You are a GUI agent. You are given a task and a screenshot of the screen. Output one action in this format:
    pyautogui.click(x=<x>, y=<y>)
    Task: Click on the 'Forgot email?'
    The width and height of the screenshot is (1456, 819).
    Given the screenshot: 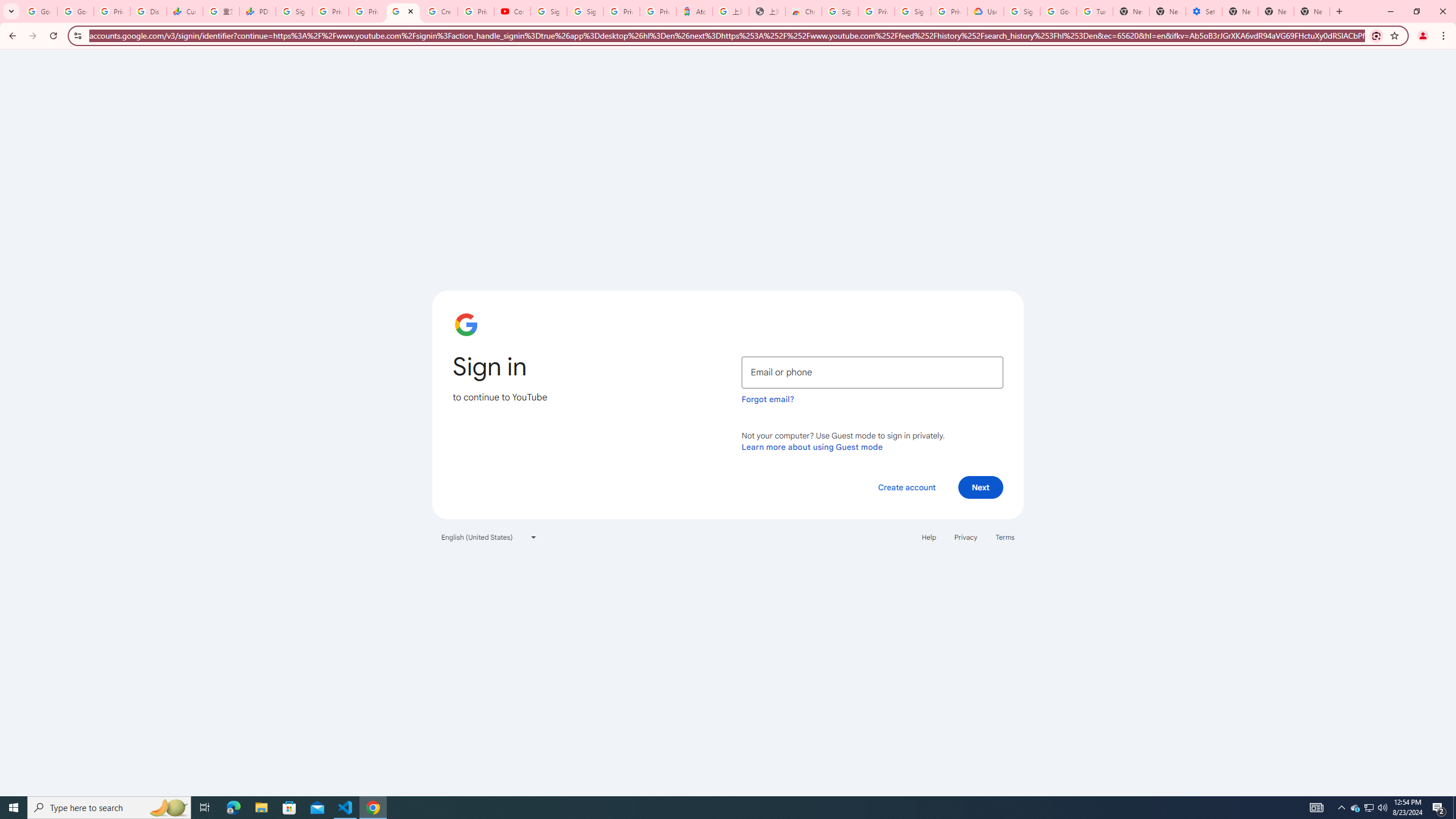 What is the action you would take?
    pyautogui.click(x=767, y=399)
    